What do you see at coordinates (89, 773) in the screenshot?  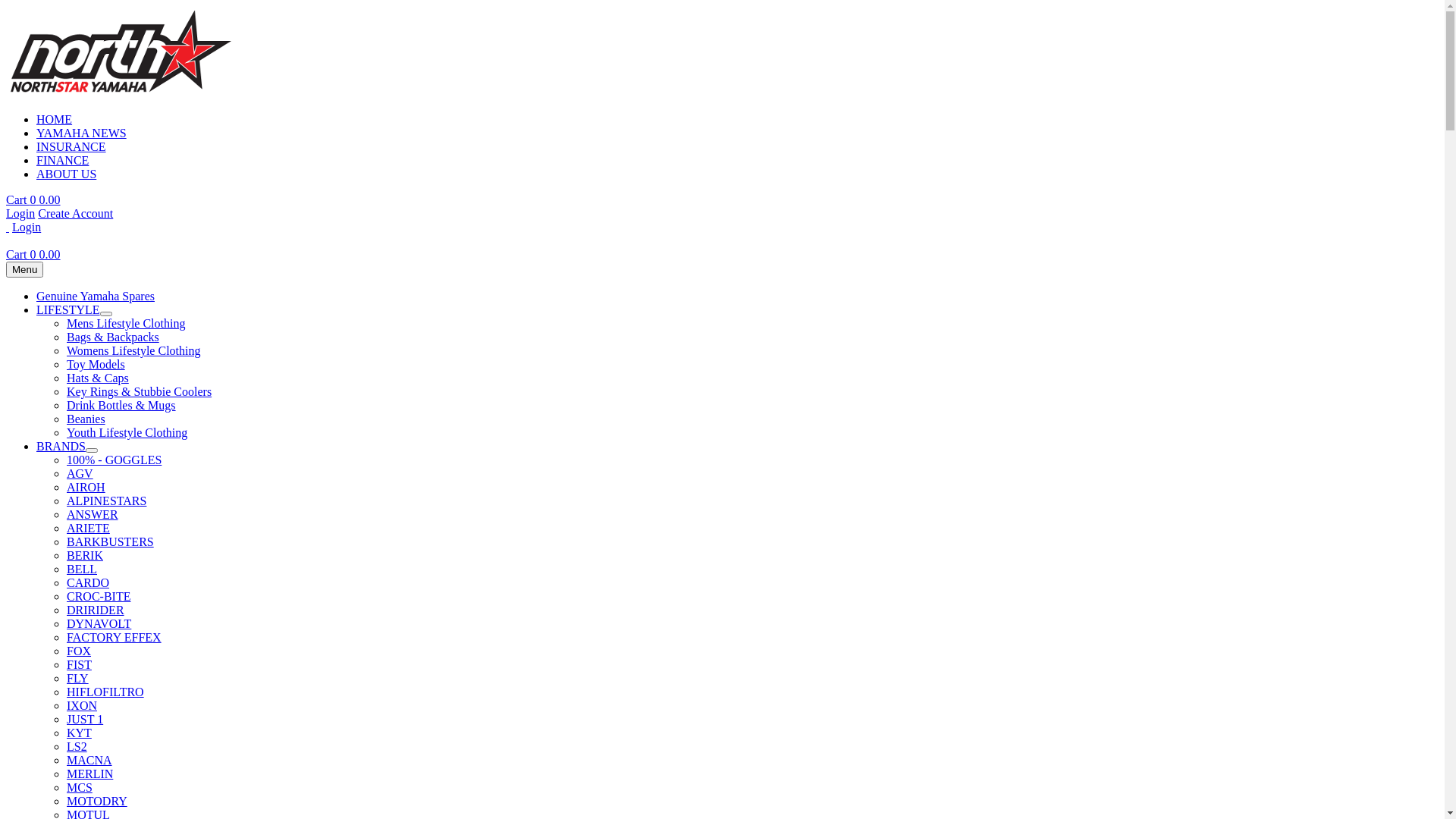 I see `'MERLIN'` at bounding box center [89, 773].